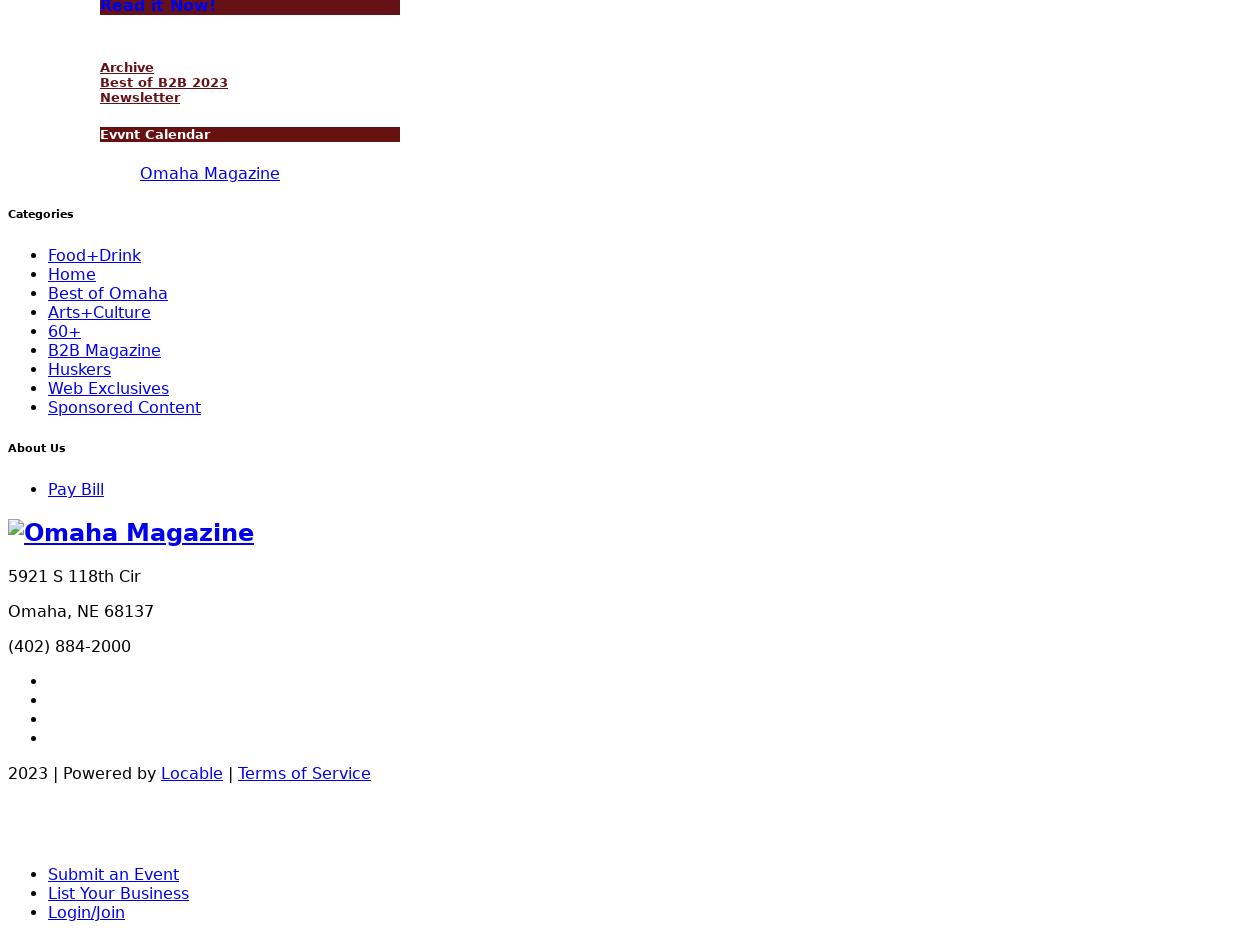 The width and height of the screenshot is (1254, 938). I want to click on 'Sponsored Content', so click(123, 407).